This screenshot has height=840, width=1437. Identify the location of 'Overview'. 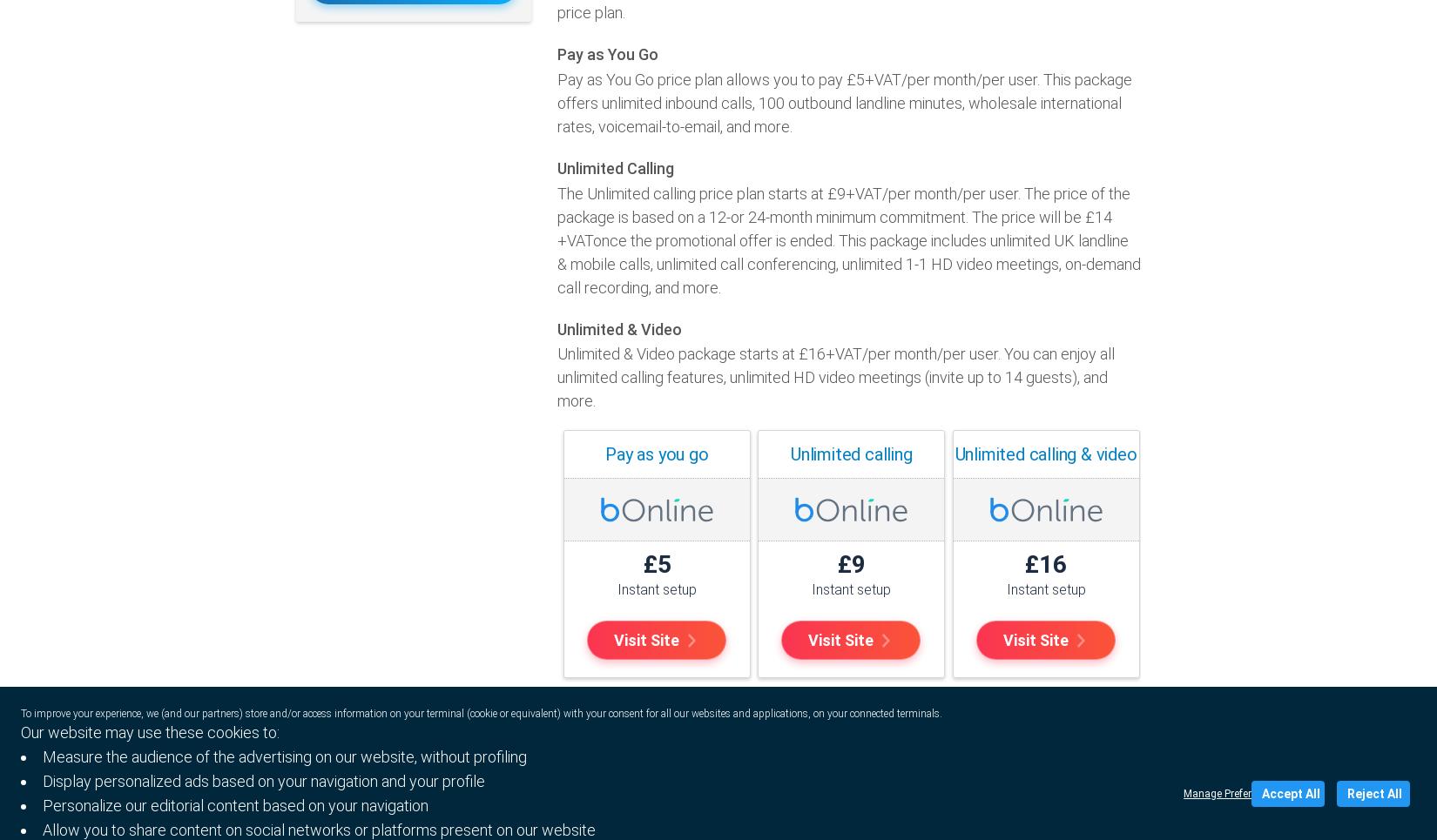
(602, 815).